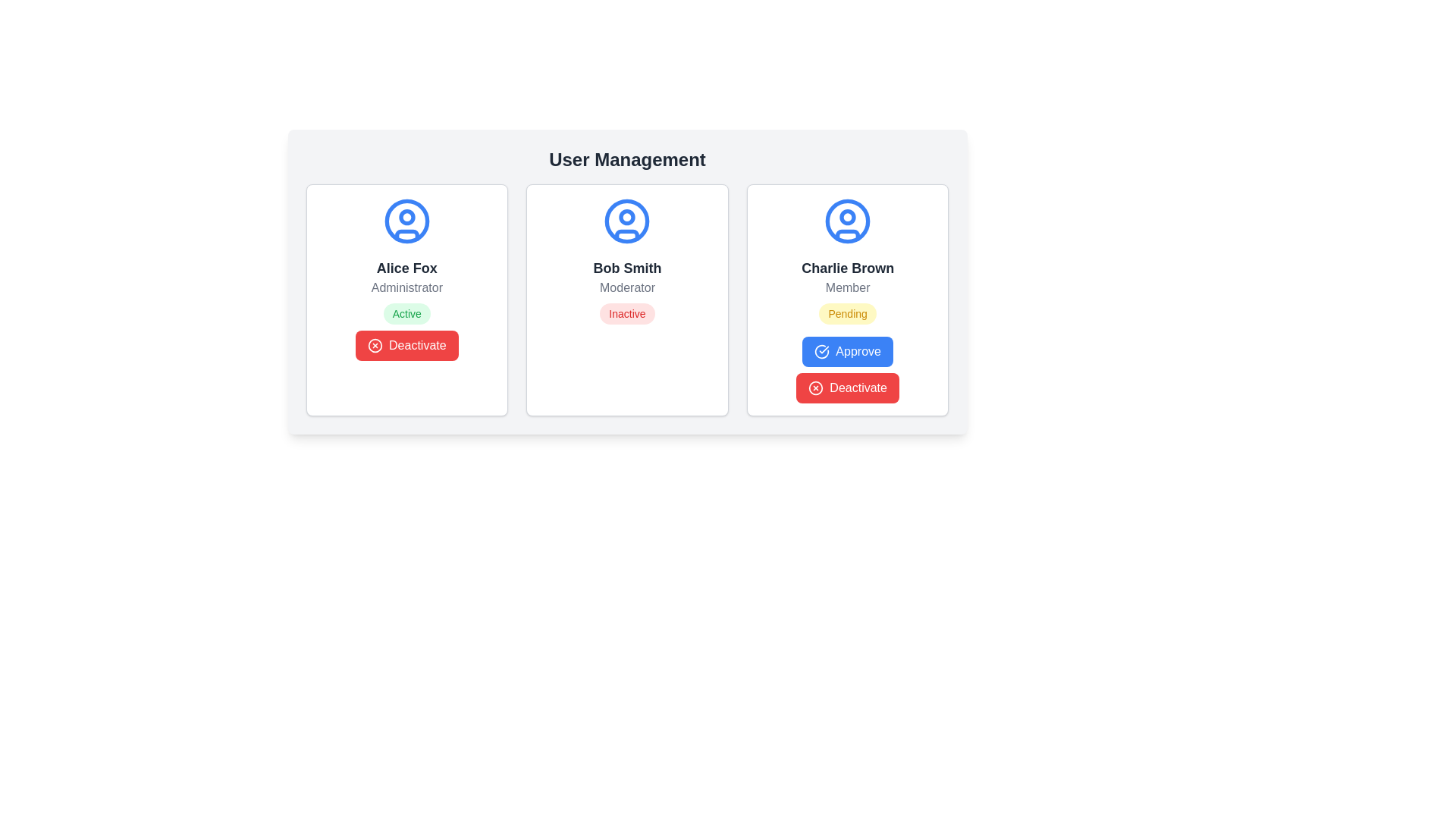  I want to click on the outer circular boundary of the 'User' profile icon in the second card from the left within the 'User Management' interface, so click(627, 221).